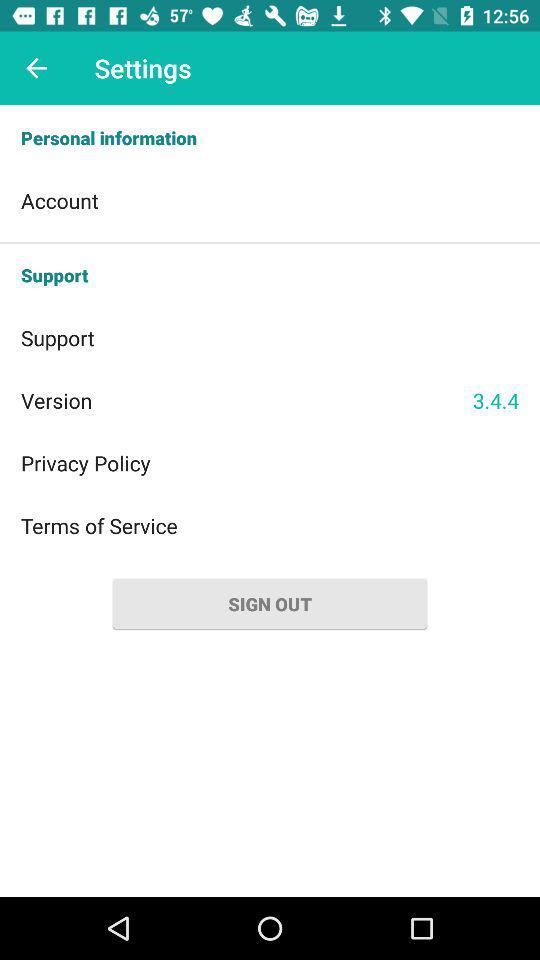 The width and height of the screenshot is (540, 960). I want to click on the item to the left of the 3.4.4 icon, so click(246, 399).